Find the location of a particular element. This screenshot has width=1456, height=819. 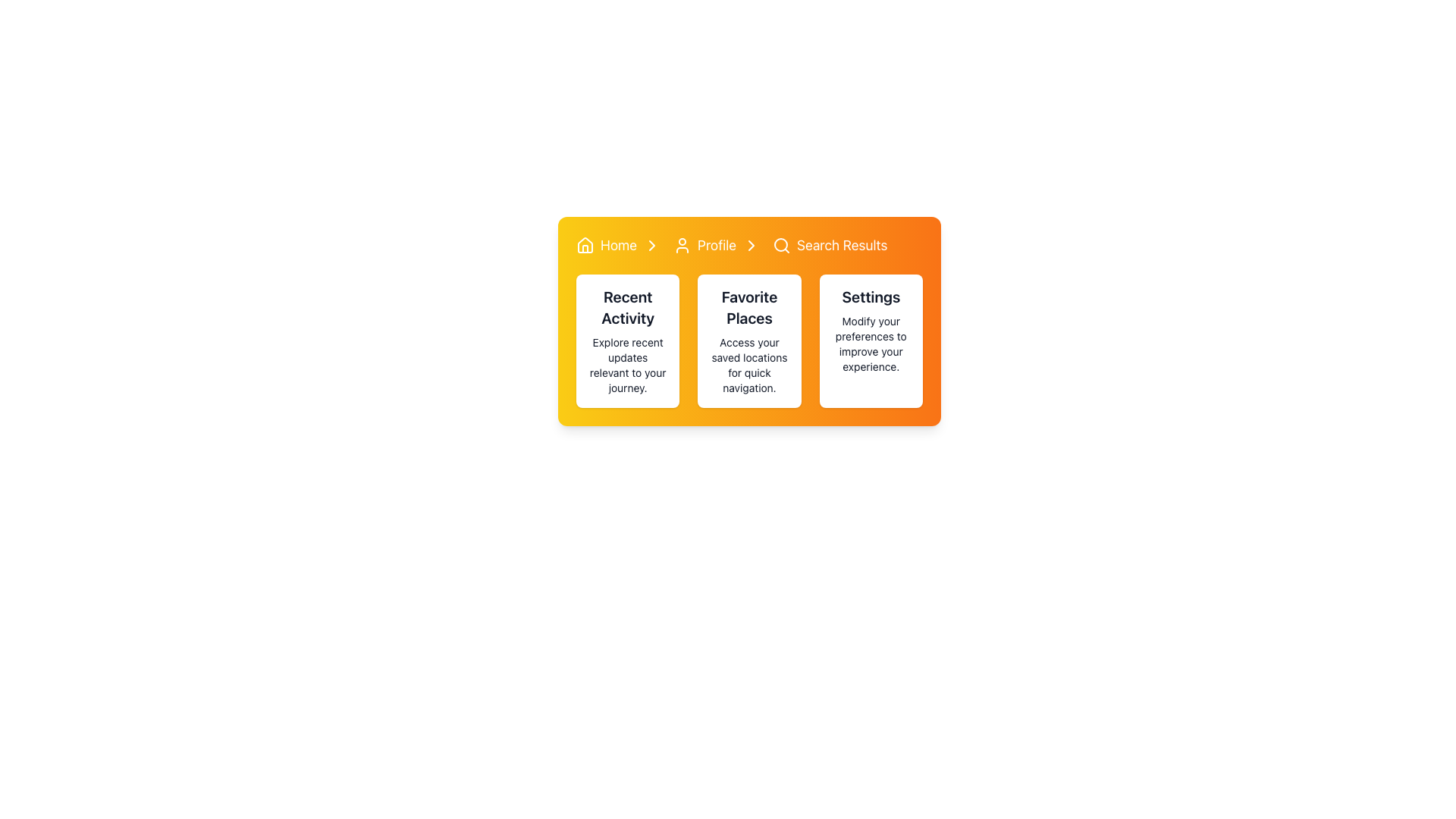

the 'Home' hyperlink in the navigation menu is located at coordinates (619, 245).